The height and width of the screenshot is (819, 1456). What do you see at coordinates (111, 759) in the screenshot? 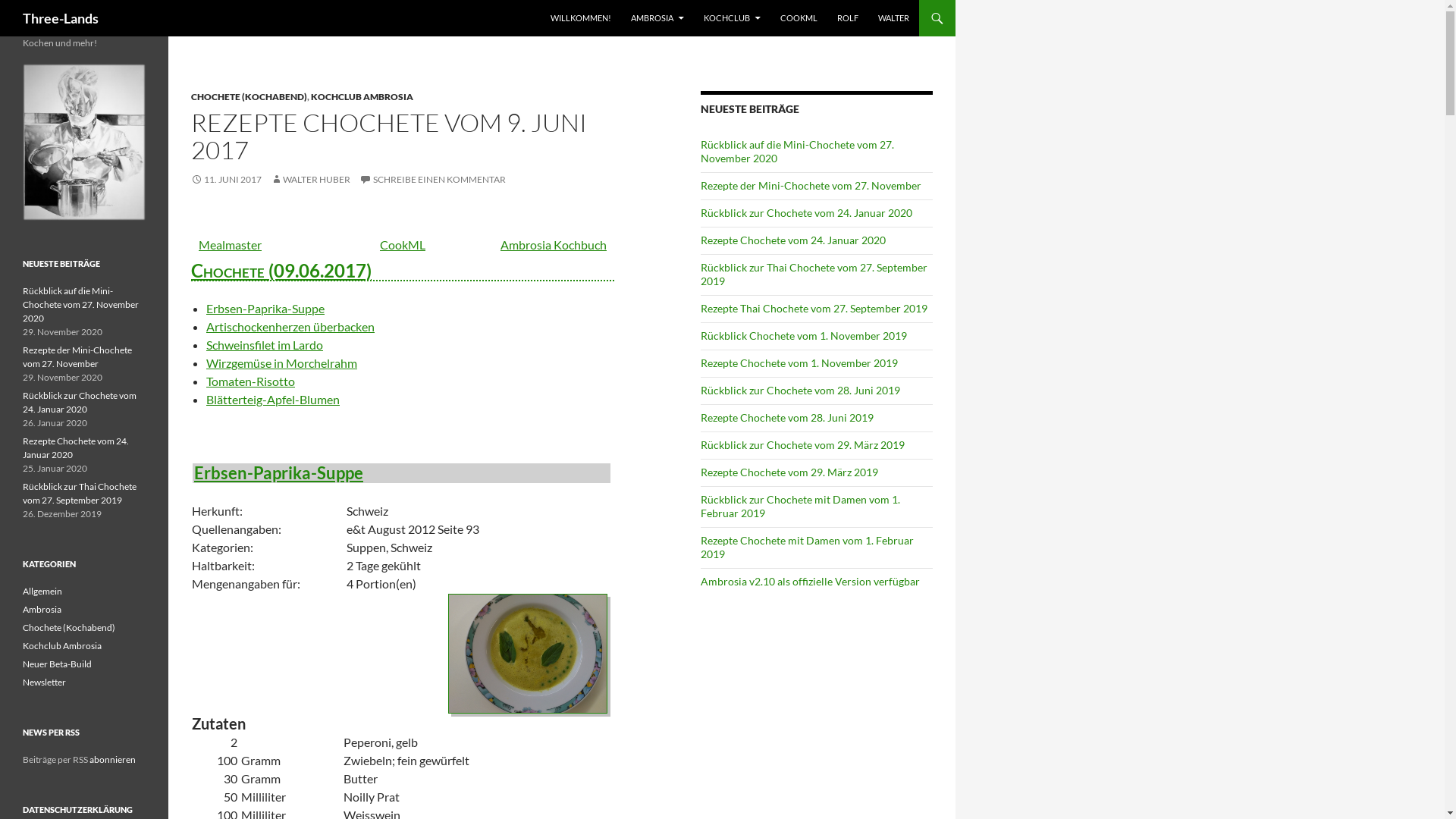
I see `'abonnieren'` at bounding box center [111, 759].